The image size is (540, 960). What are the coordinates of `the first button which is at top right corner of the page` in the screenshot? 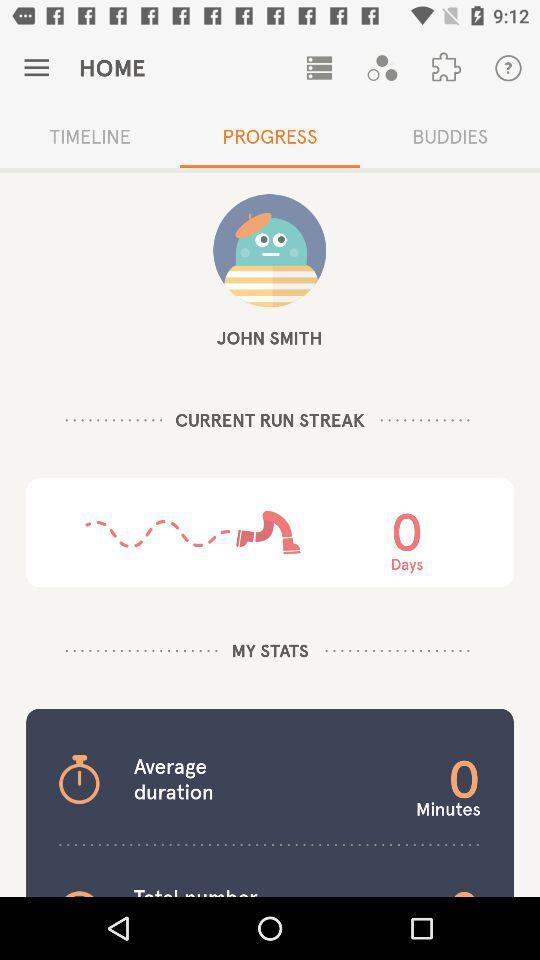 It's located at (508, 68).